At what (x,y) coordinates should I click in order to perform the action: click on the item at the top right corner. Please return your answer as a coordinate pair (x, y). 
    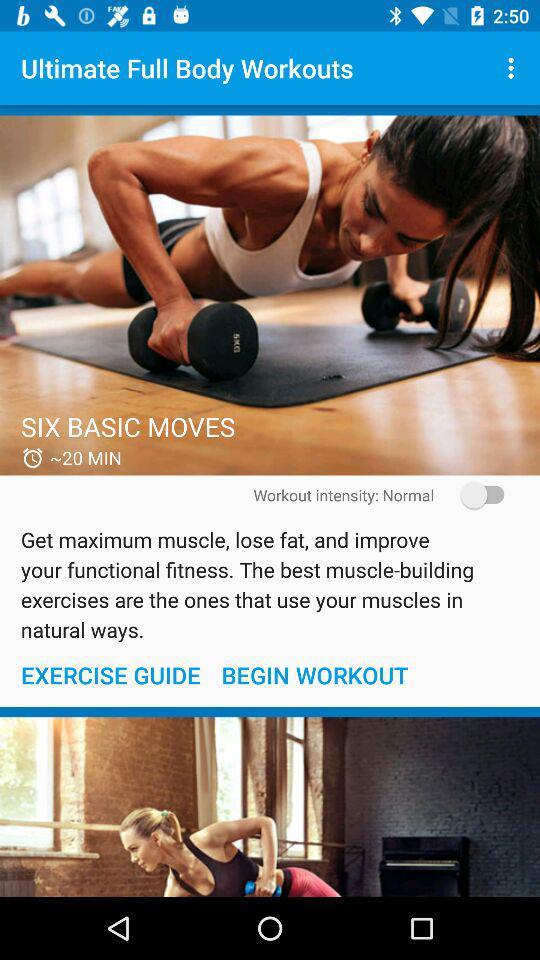
    Looking at the image, I should click on (513, 68).